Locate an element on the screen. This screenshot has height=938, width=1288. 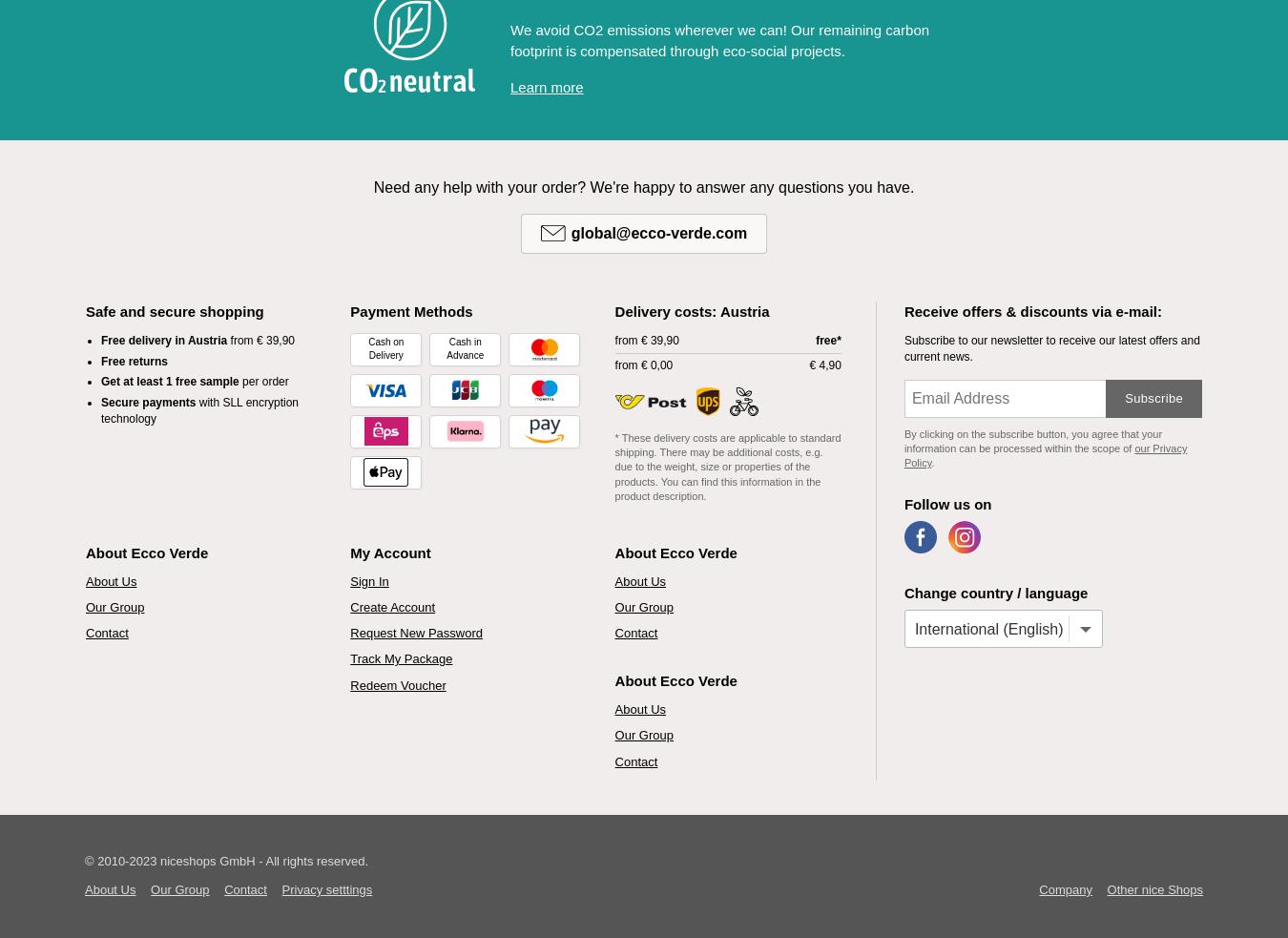
'Track My Package' is located at coordinates (350, 657).